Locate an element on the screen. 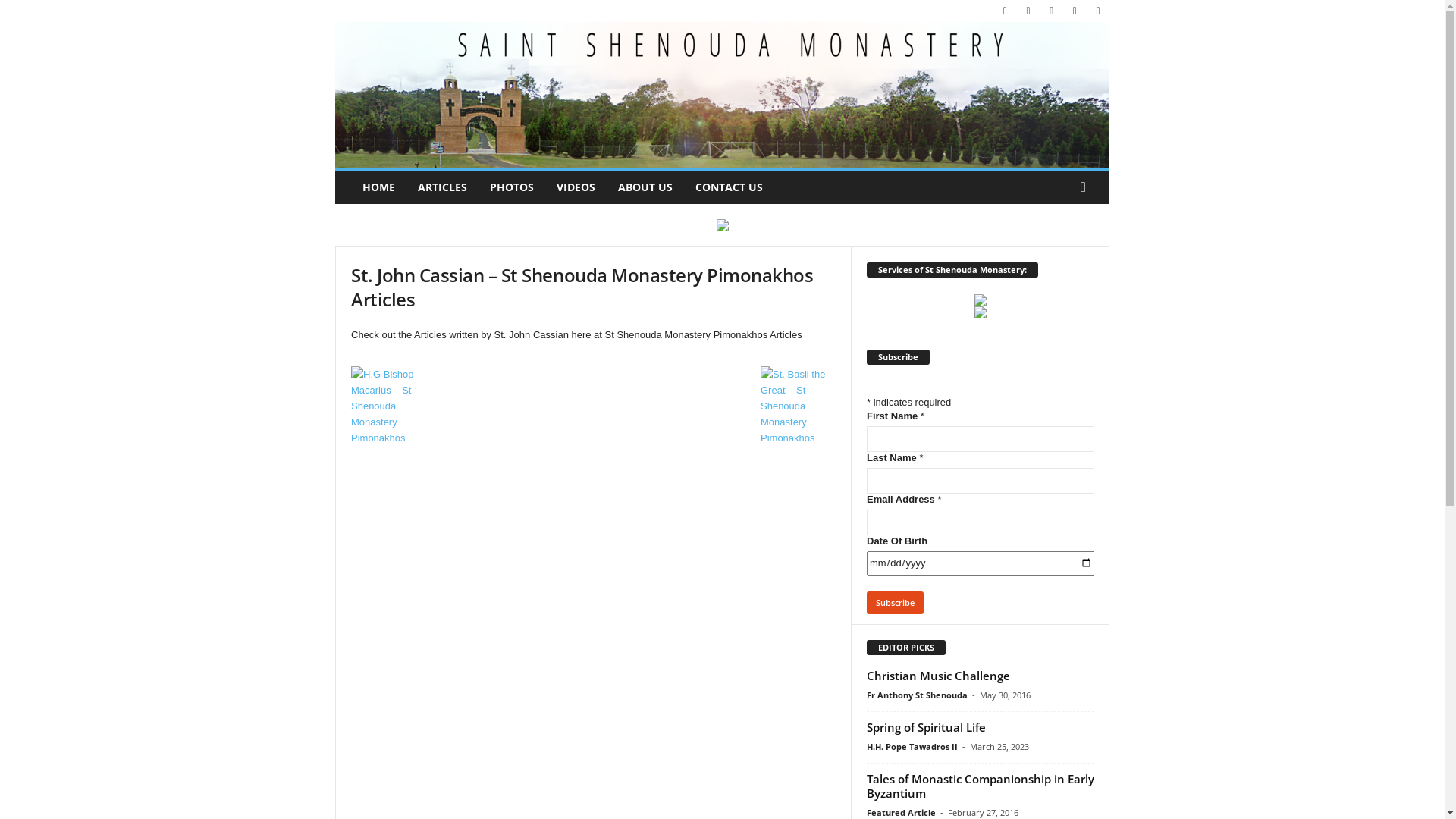 The height and width of the screenshot is (819, 1456). 'ARTICLES' is located at coordinates (441, 186).